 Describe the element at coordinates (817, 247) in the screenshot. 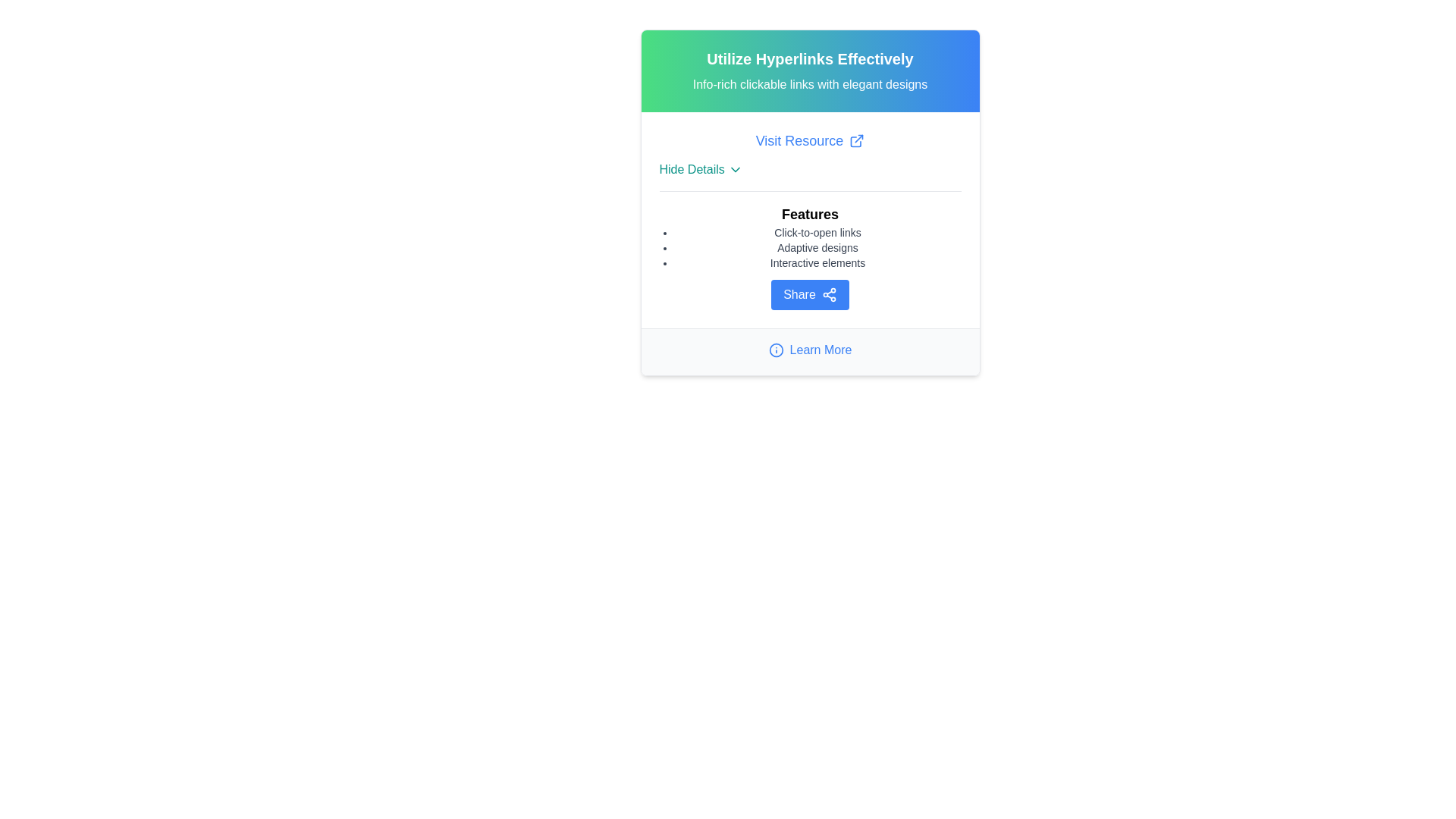

I see `the static text element that reads 'Adaptive designs.' located in the 'Features' section of the card-styled interface` at that location.